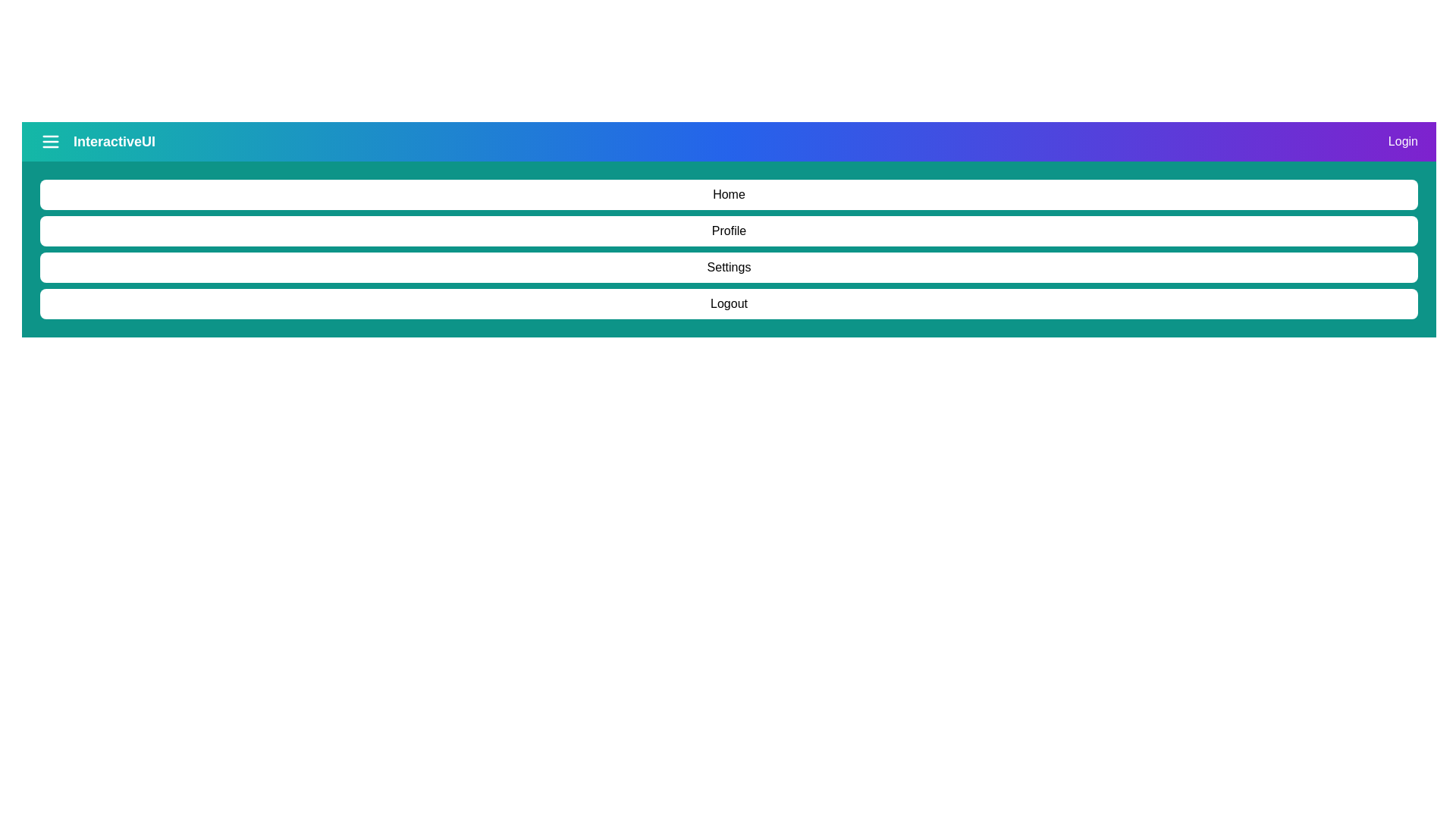 Image resolution: width=1456 pixels, height=819 pixels. Describe the element at coordinates (97, 141) in the screenshot. I see `the header text 'InteractiveUI'` at that location.